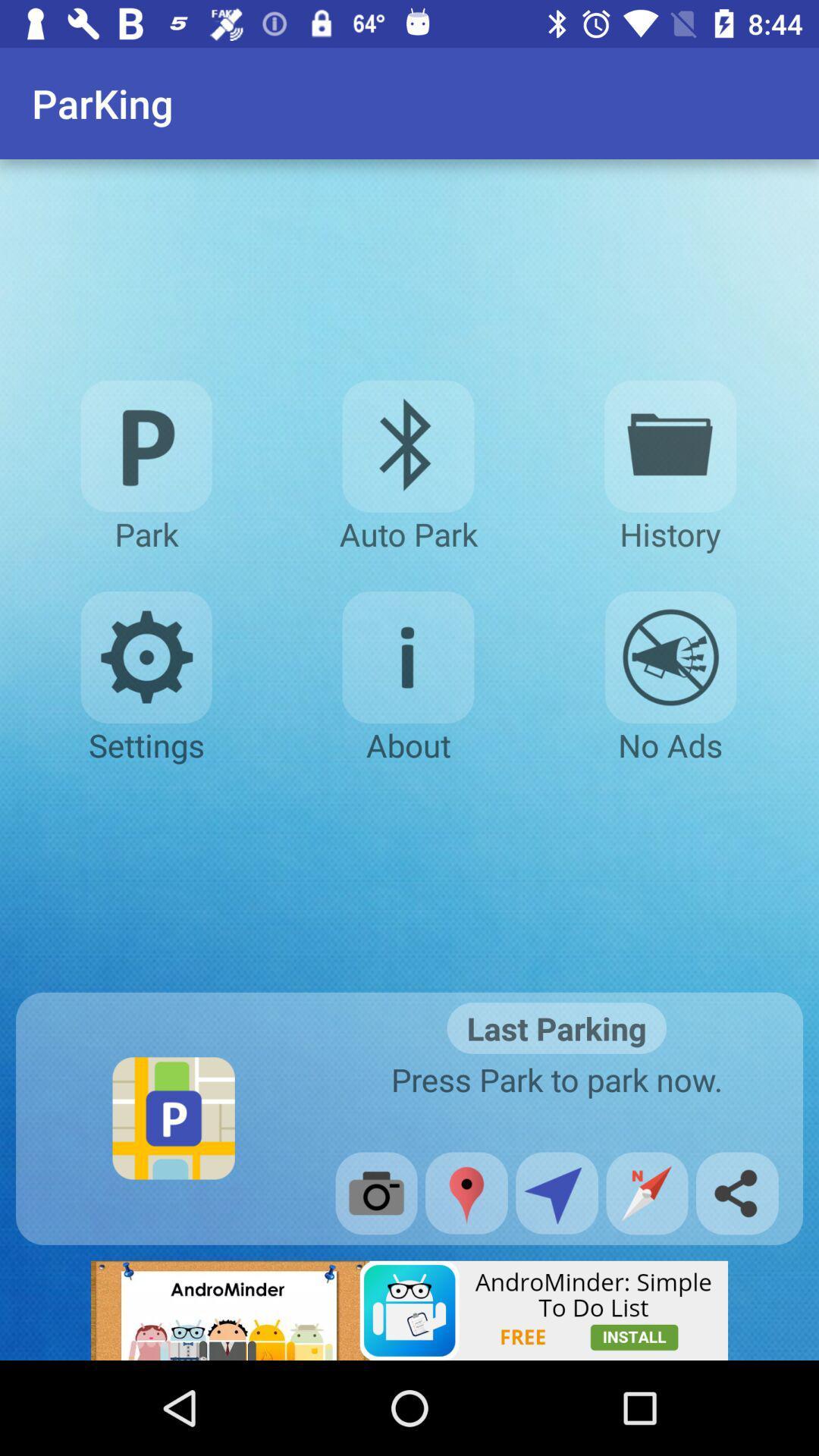 Image resolution: width=819 pixels, height=1456 pixels. I want to click on finding parking icon, so click(146, 445).